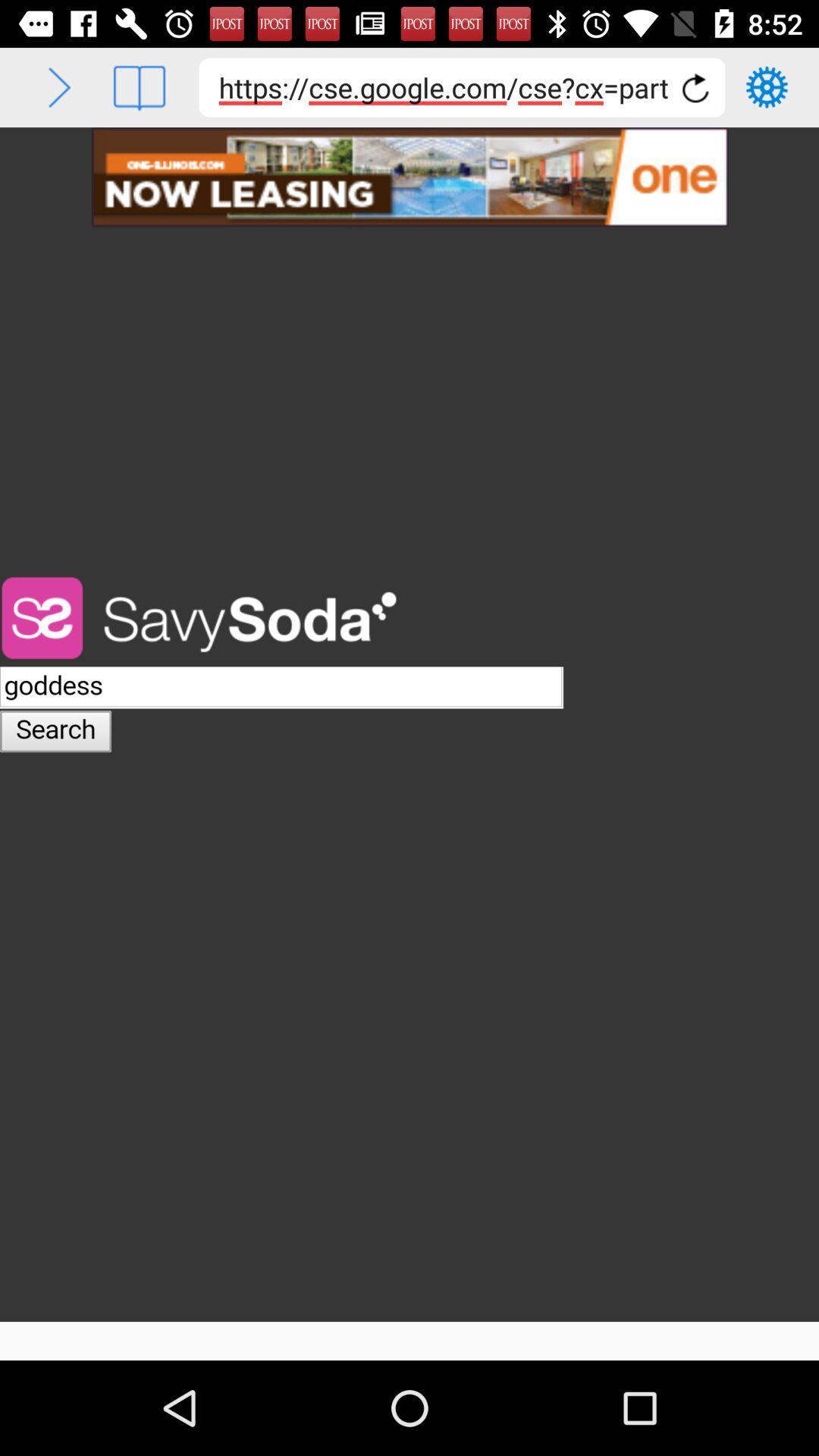 This screenshot has height=1456, width=819. Describe the element at coordinates (58, 86) in the screenshot. I see `the arrow_forward icon` at that location.